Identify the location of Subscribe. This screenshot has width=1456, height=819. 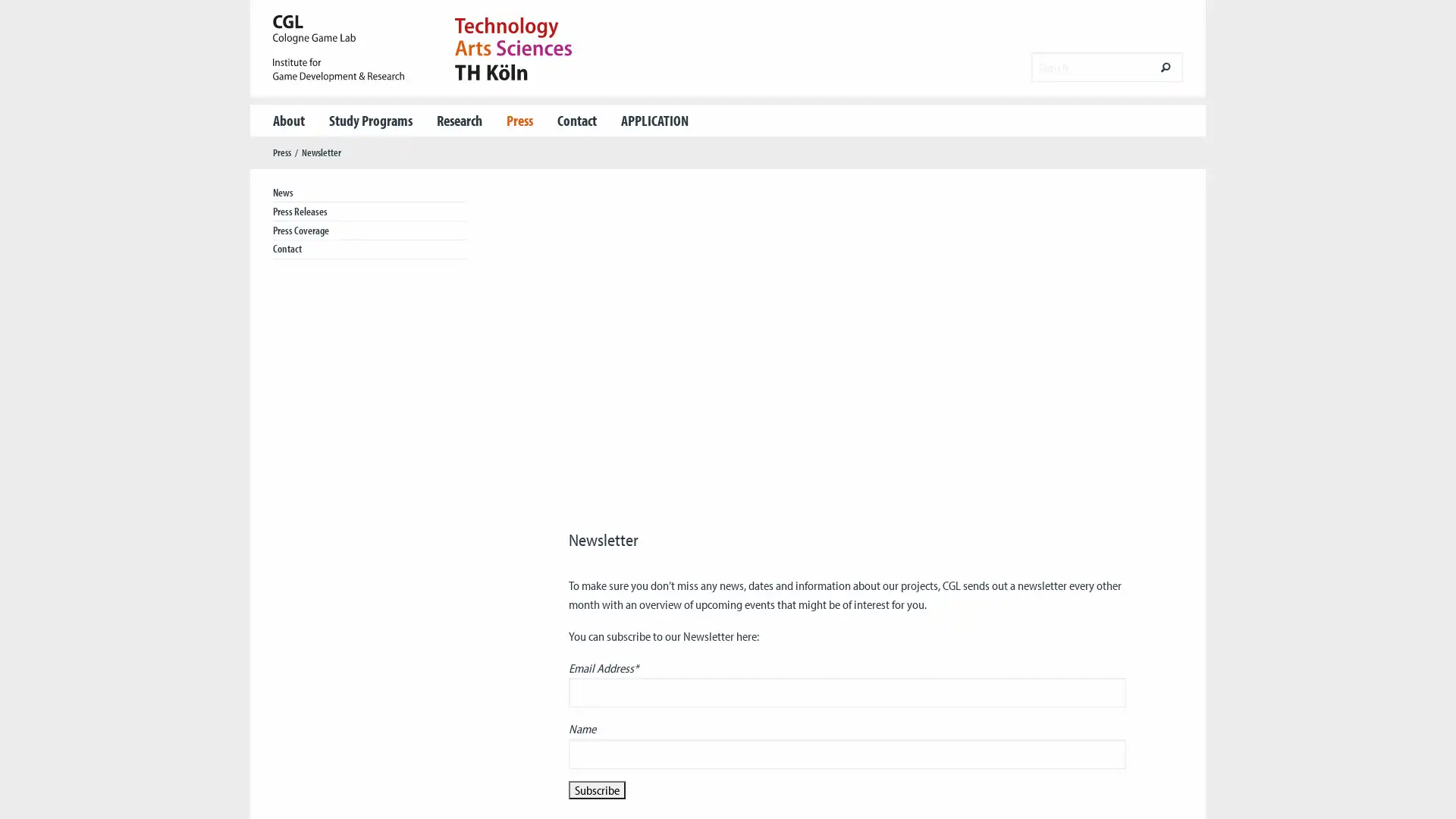
(595, 789).